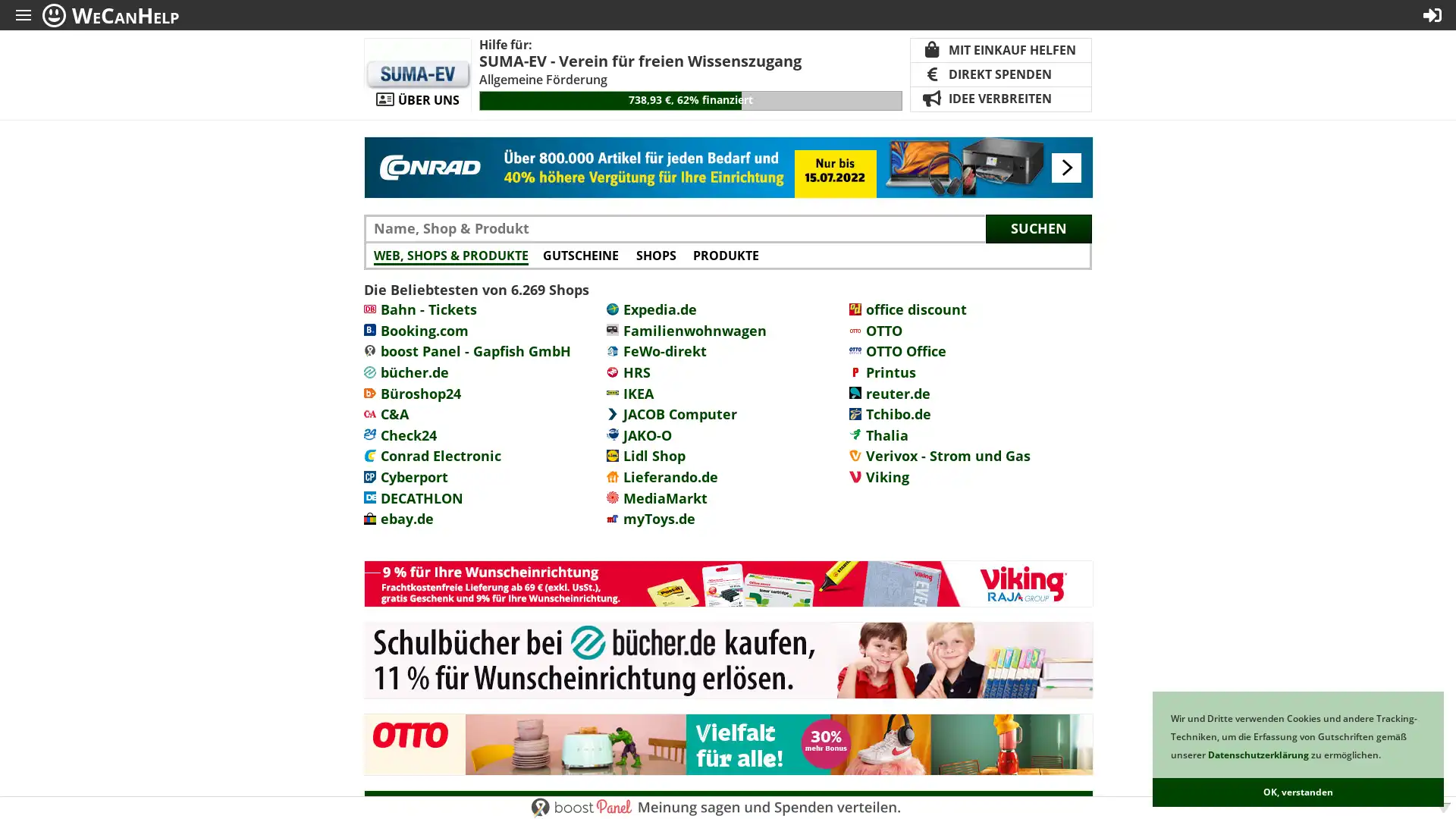 The image size is (1456, 819). I want to click on learn more about cookies, so click(1384, 756).